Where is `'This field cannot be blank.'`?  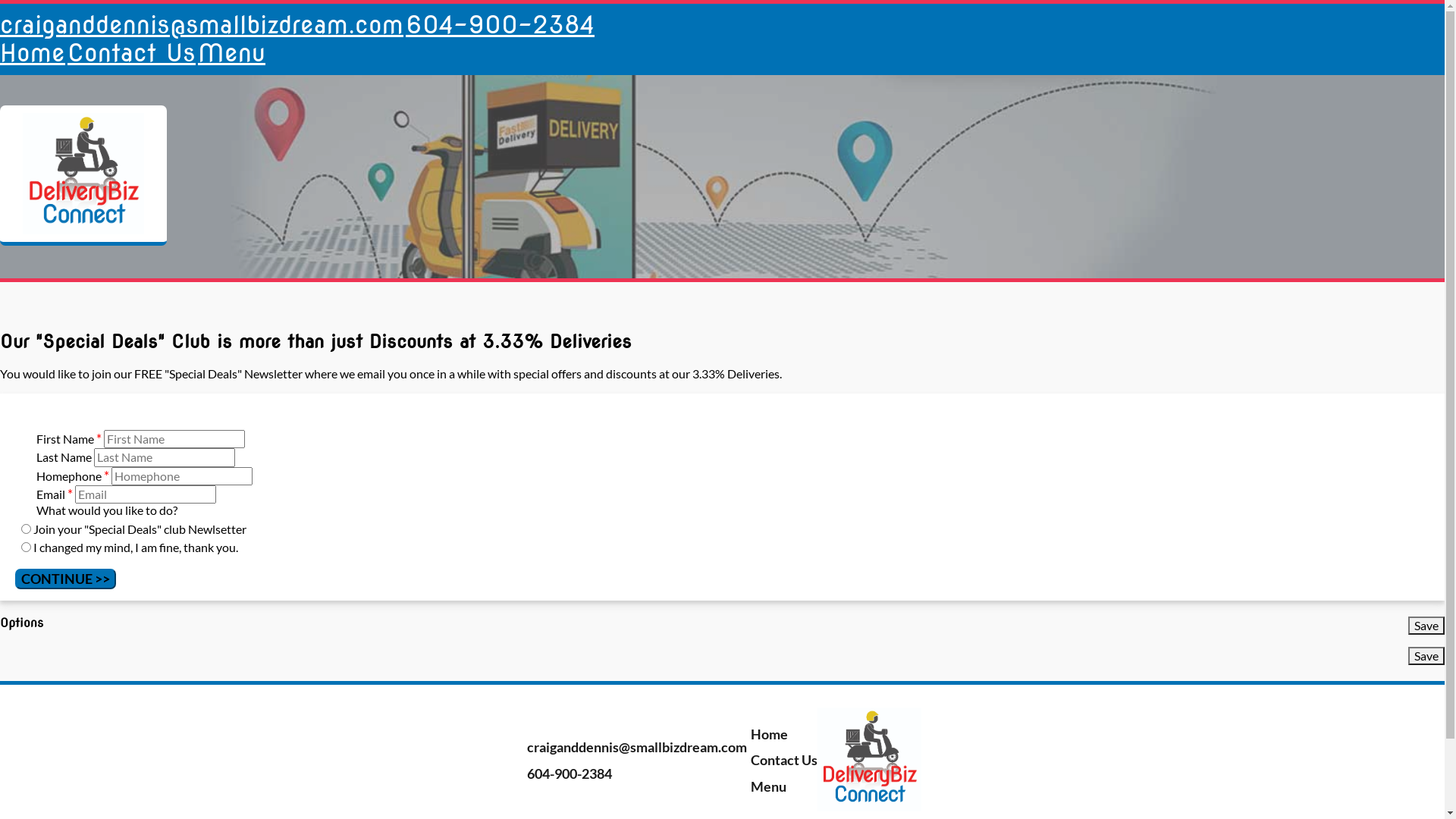 'This field cannot be blank.' is located at coordinates (182, 475).